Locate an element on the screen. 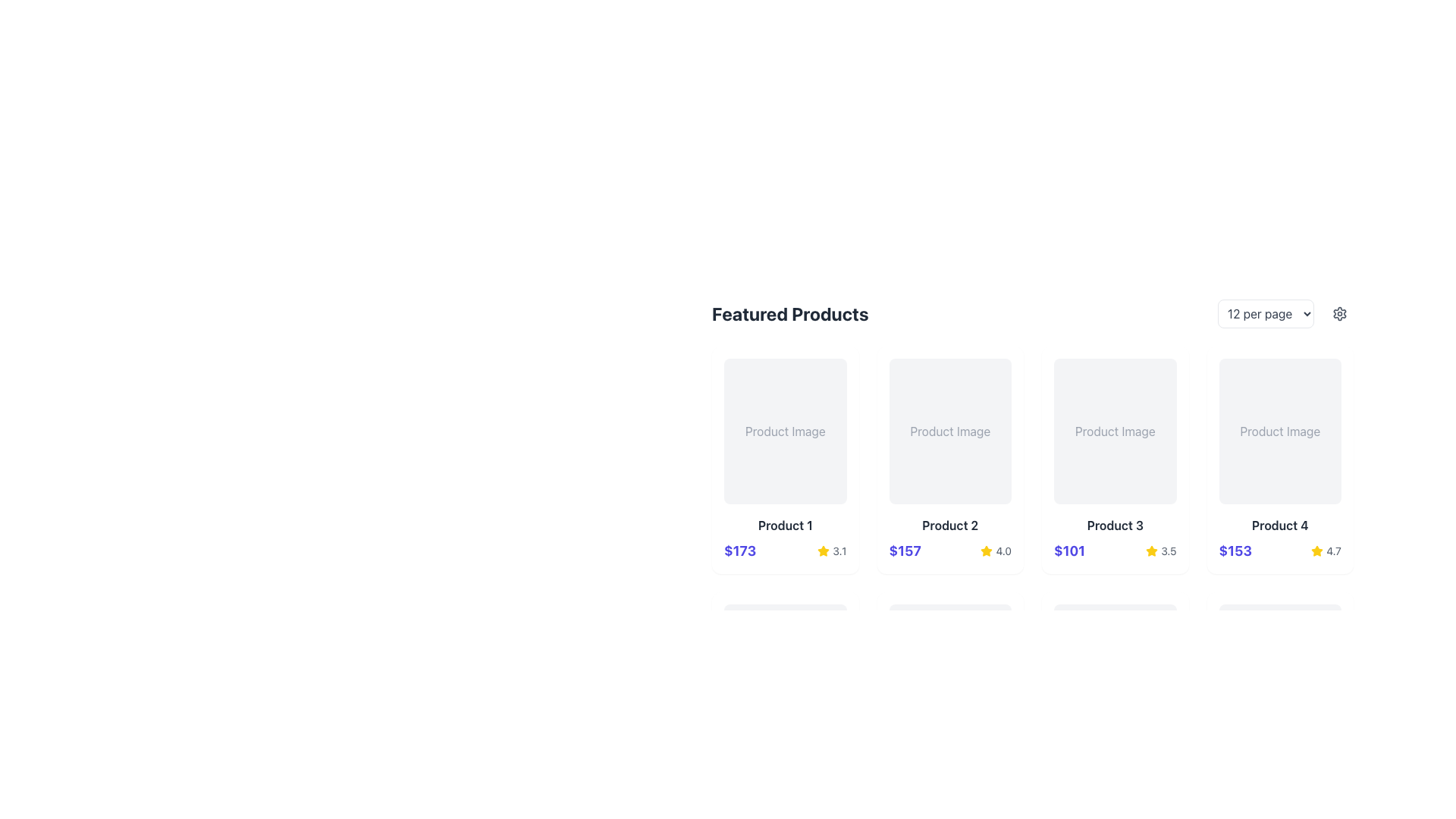 The width and height of the screenshot is (1456, 819). the static text label displaying the price of Product 2, which is located directly beneath the Product Image placeholder in the featured products section is located at coordinates (905, 551).